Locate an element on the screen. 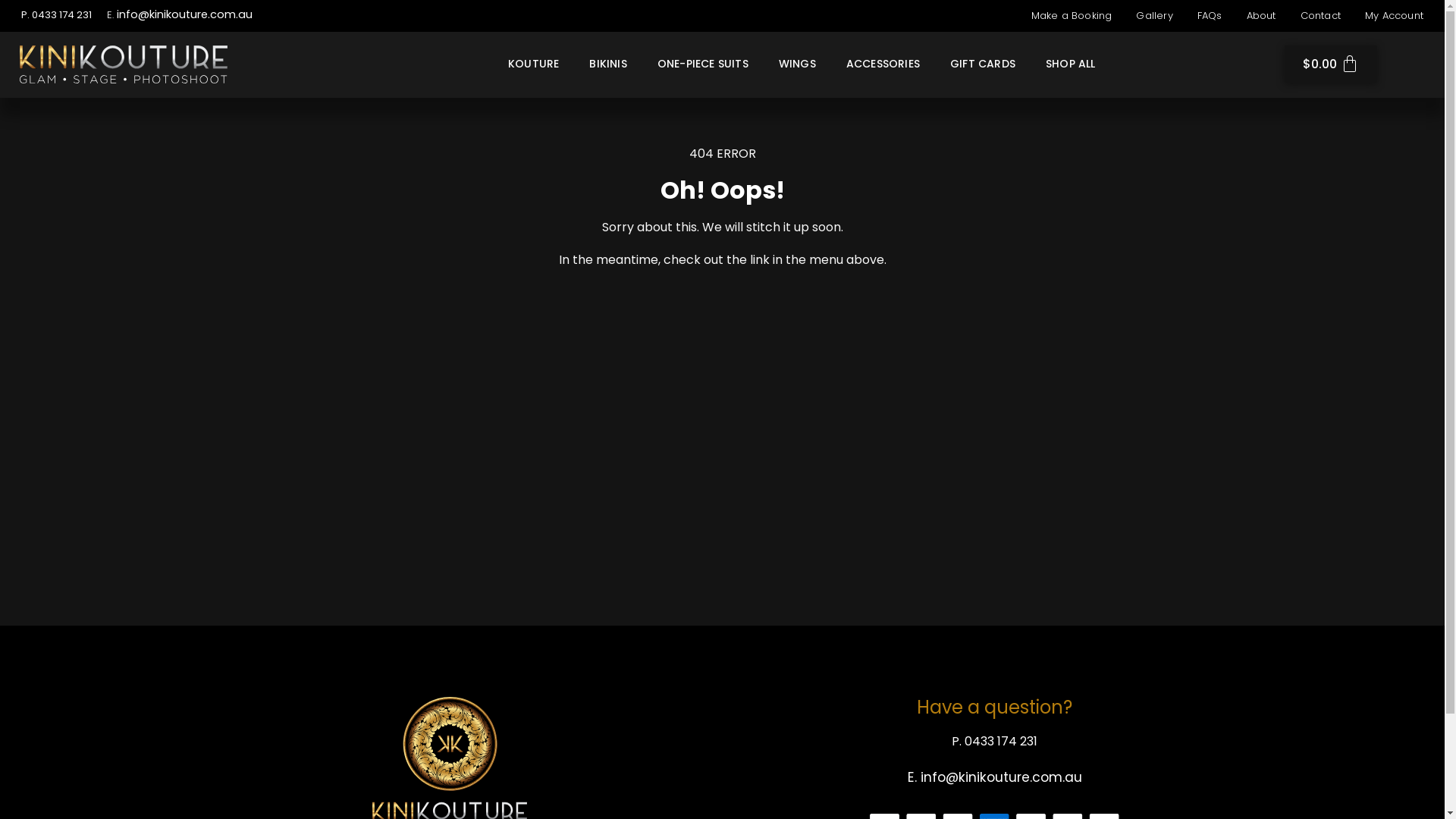 Image resolution: width=1456 pixels, height=819 pixels. 'About' is located at coordinates (1261, 15).